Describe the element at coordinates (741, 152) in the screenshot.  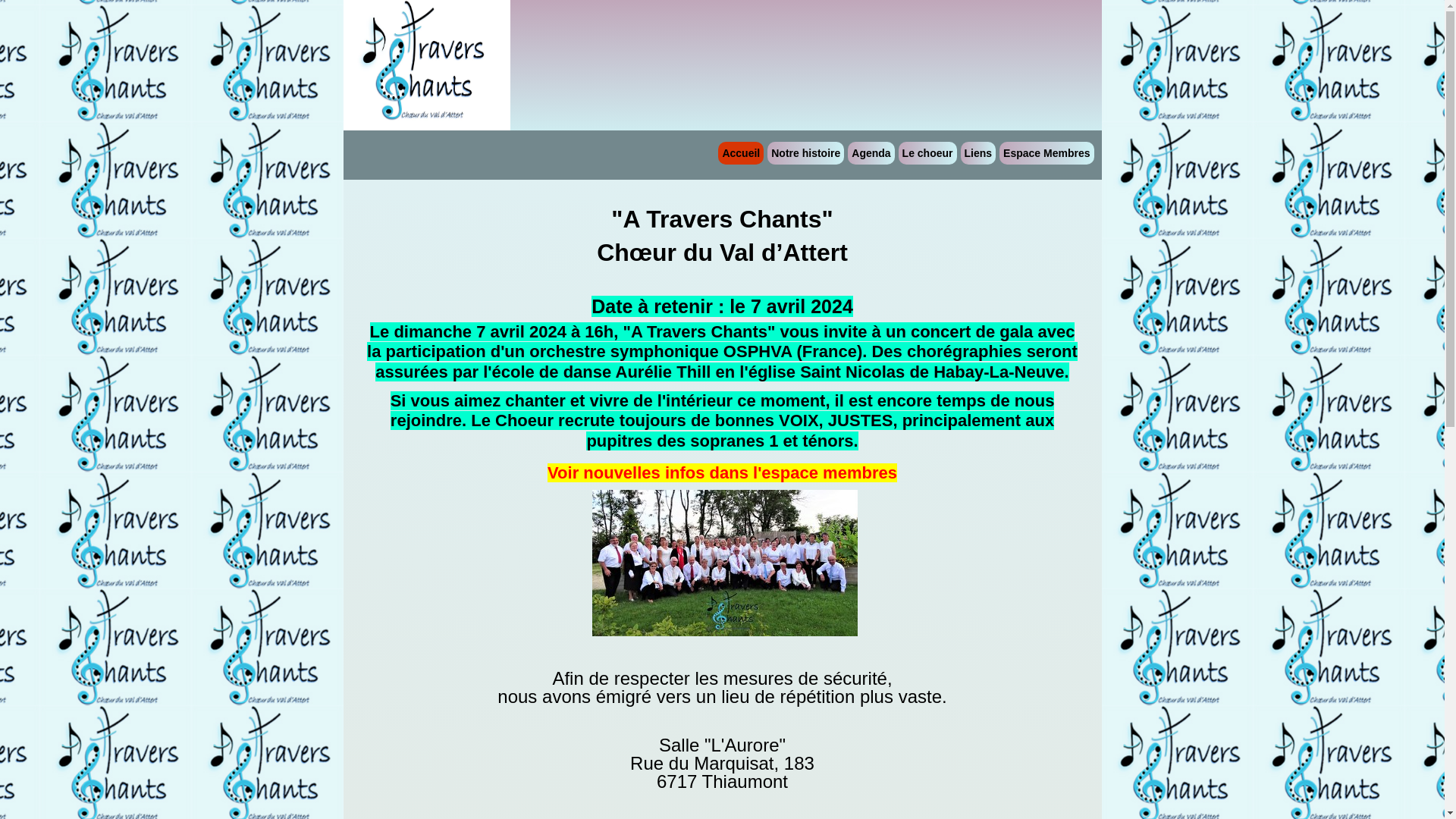
I see `'Accueil'` at that location.